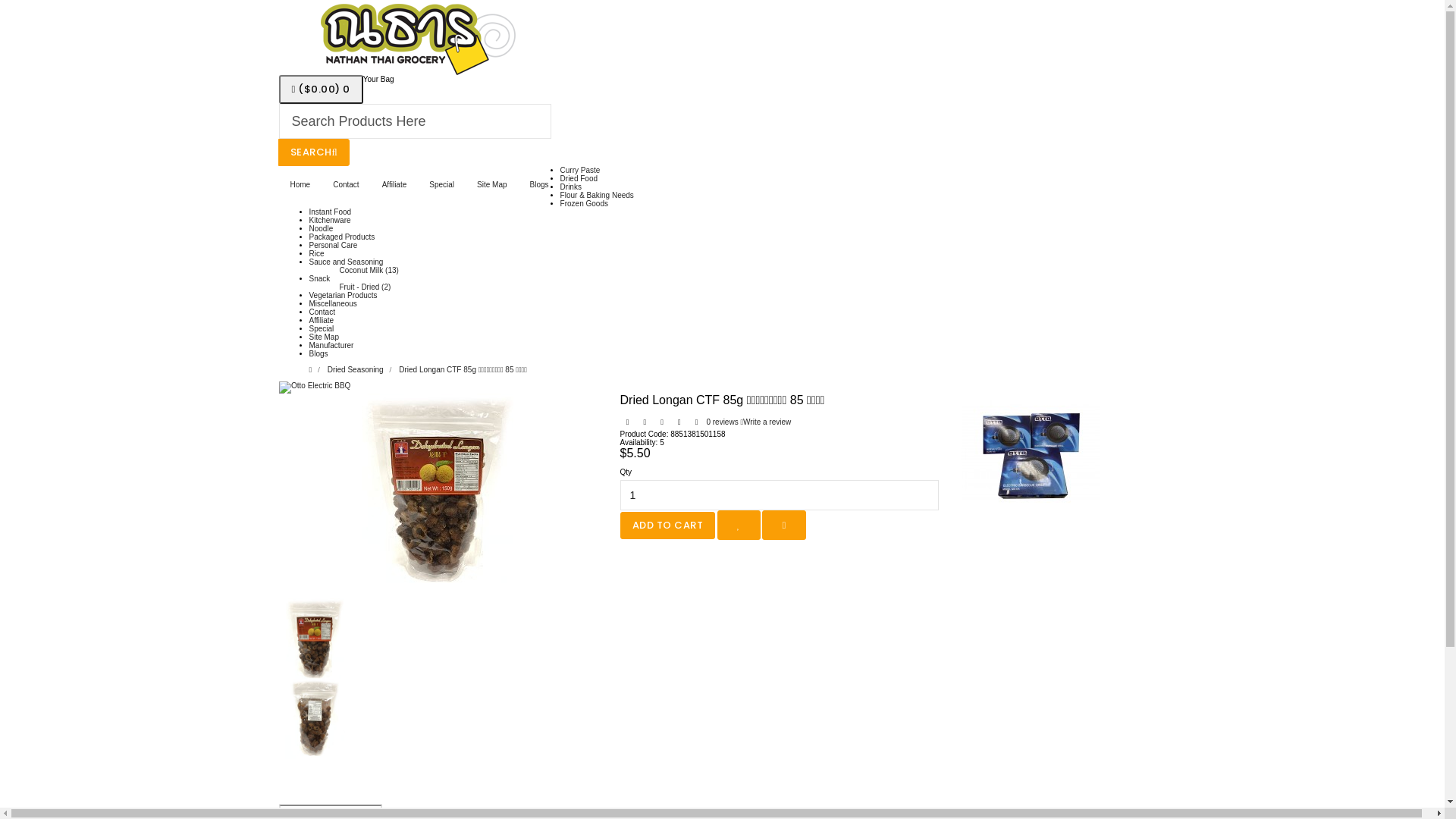 This screenshot has width=1456, height=819. Describe the element at coordinates (345, 261) in the screenshot. I see `'Sauce and Seasoning'` at that location.